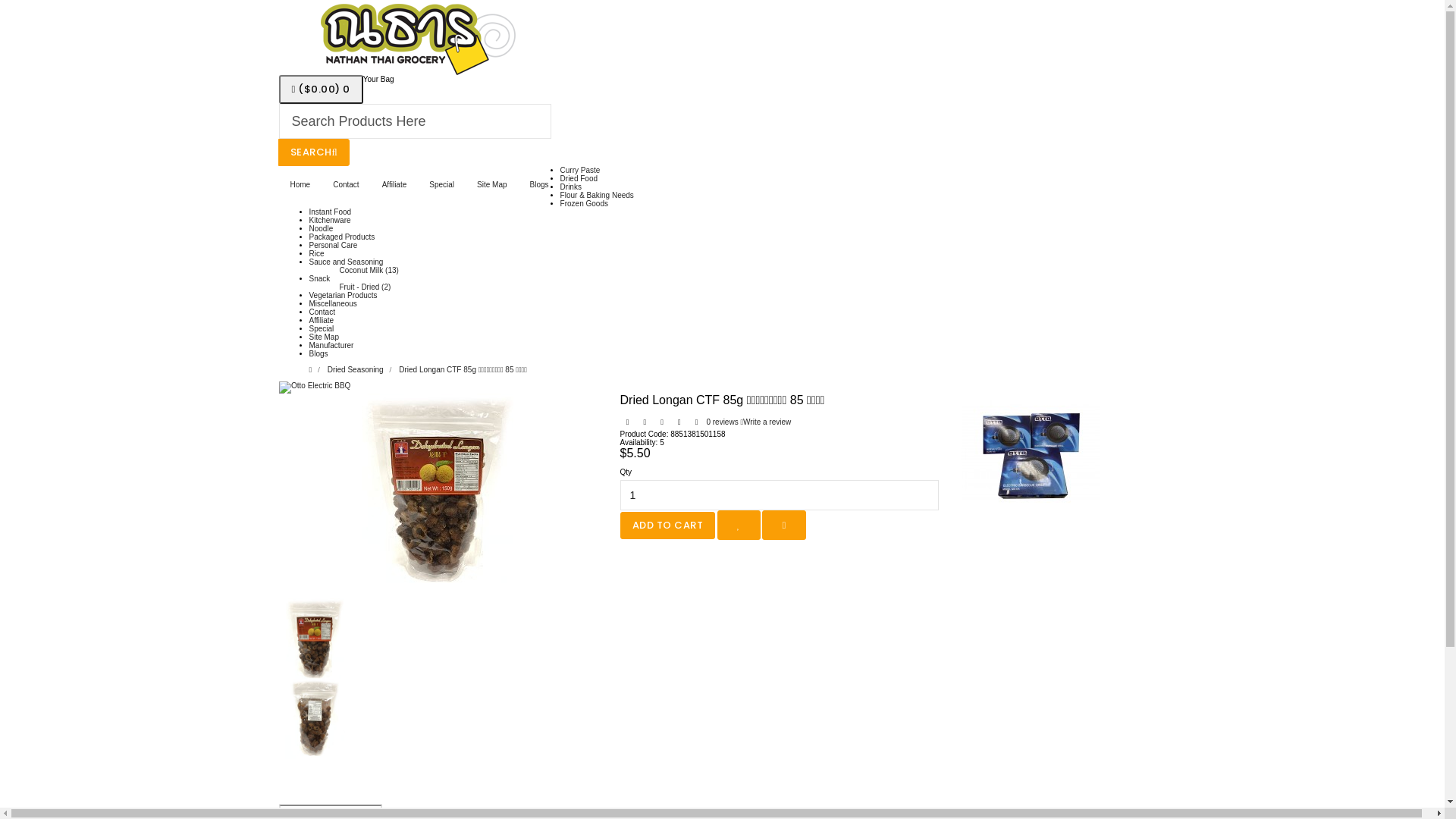 This screenshot has width=1456, height=819. Describe the element at coordinates (345, 261) in the screenshot. I see `'Sauce and Seasoning'` at that location.